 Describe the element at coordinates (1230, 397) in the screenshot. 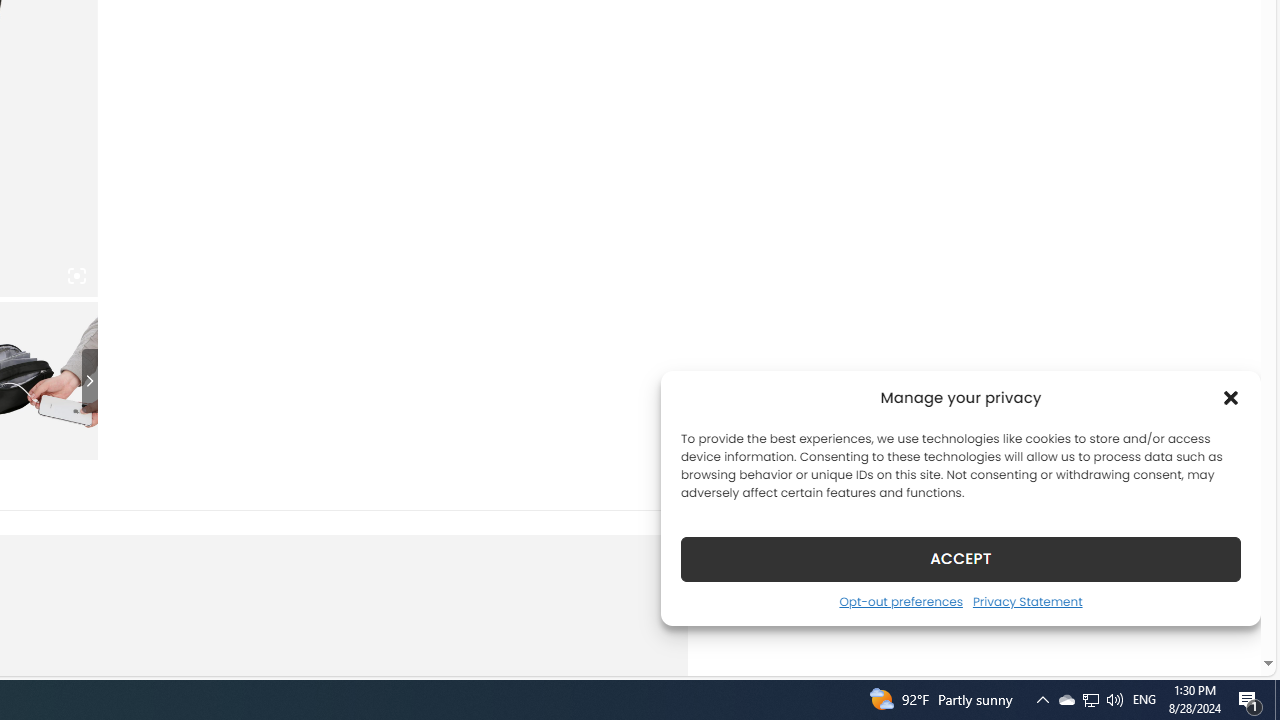

I see `'Class: cmplz-close'` at that location.